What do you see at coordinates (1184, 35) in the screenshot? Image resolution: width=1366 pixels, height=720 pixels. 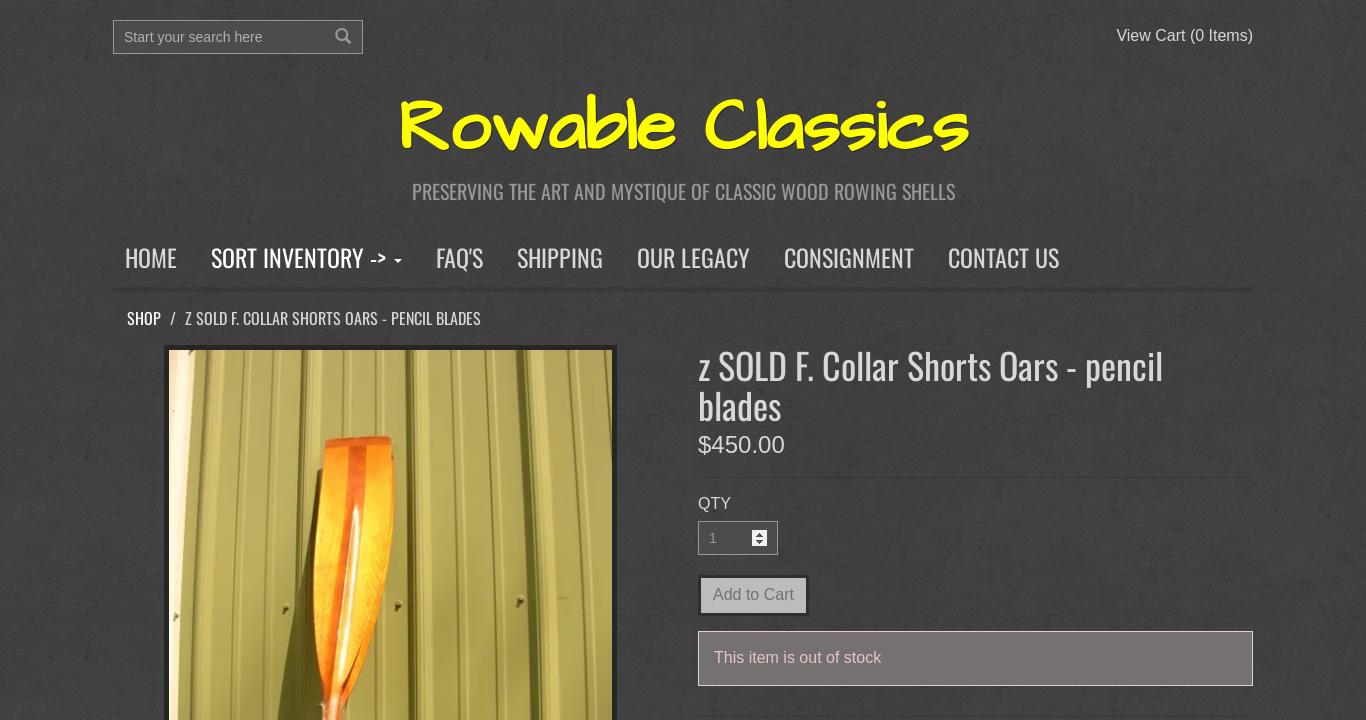 I see `'View Cart (0 Items)'` at bounding box center [1184, 35].